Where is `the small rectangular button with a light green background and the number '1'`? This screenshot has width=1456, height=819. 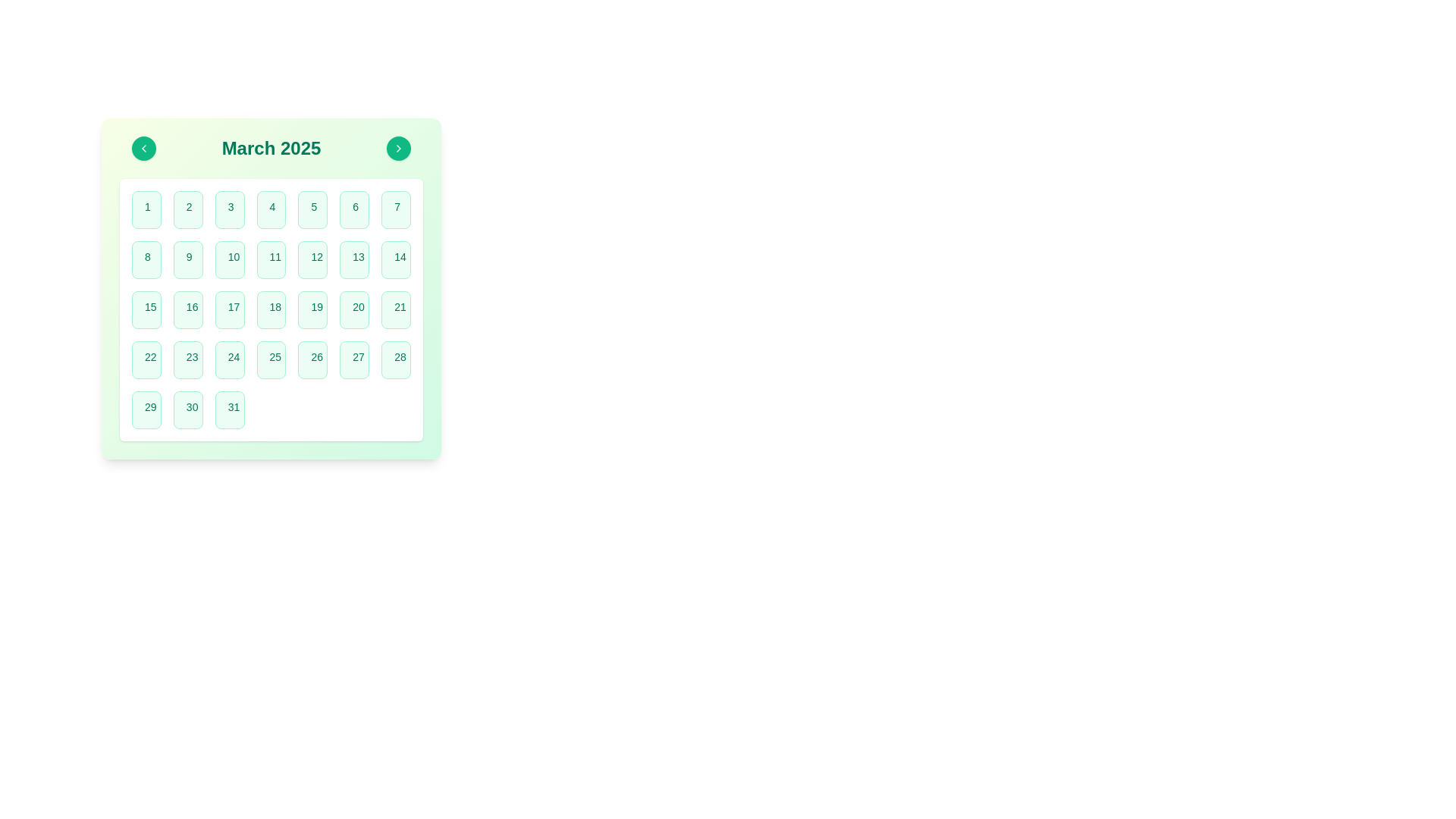 the small rectangular button with a light green background and the number '1' is located at coordinates (146, 210).